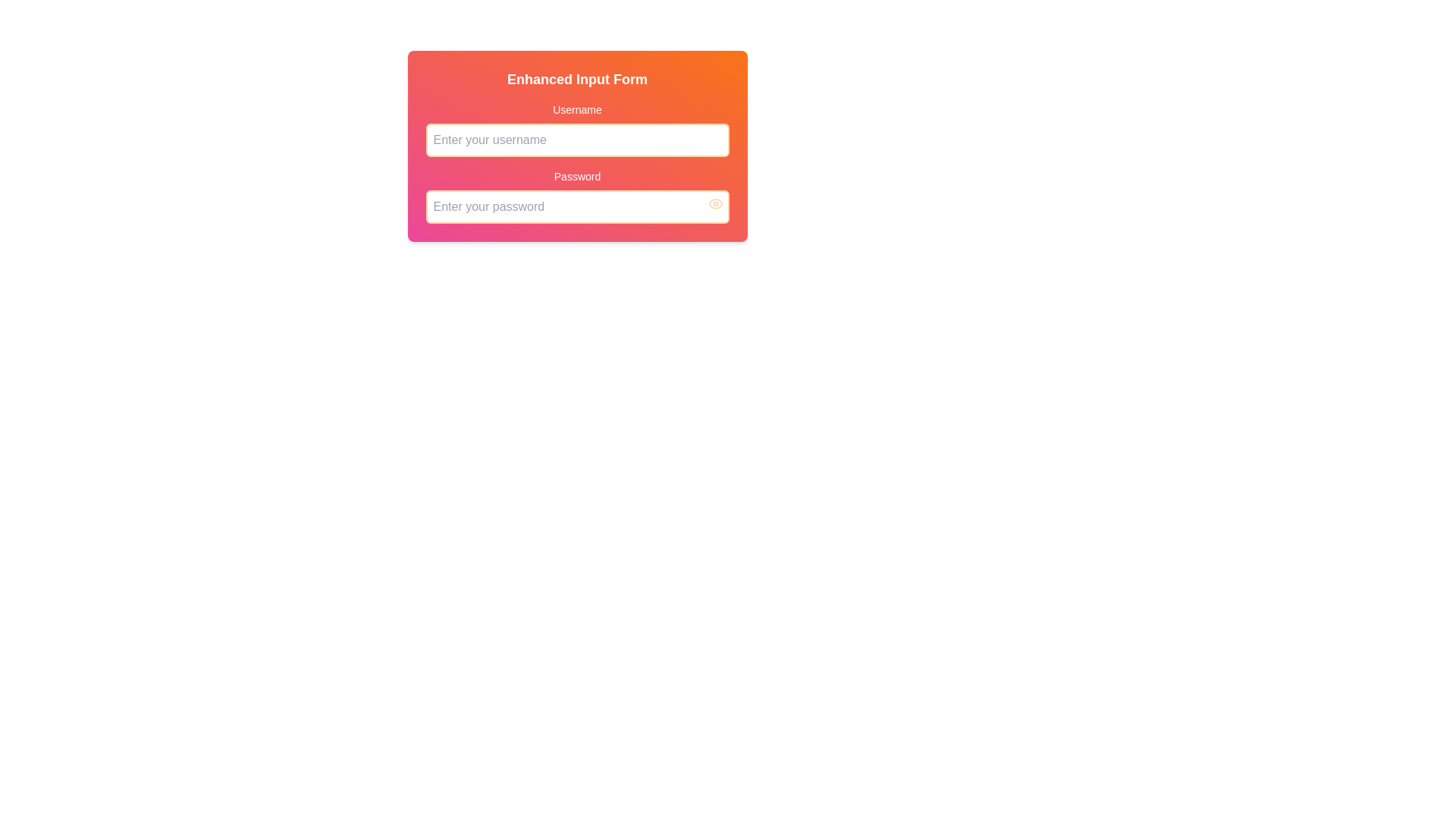 This screenshot has height=819, width=1456. I want to click on the eye icon button, so click(714, 203).